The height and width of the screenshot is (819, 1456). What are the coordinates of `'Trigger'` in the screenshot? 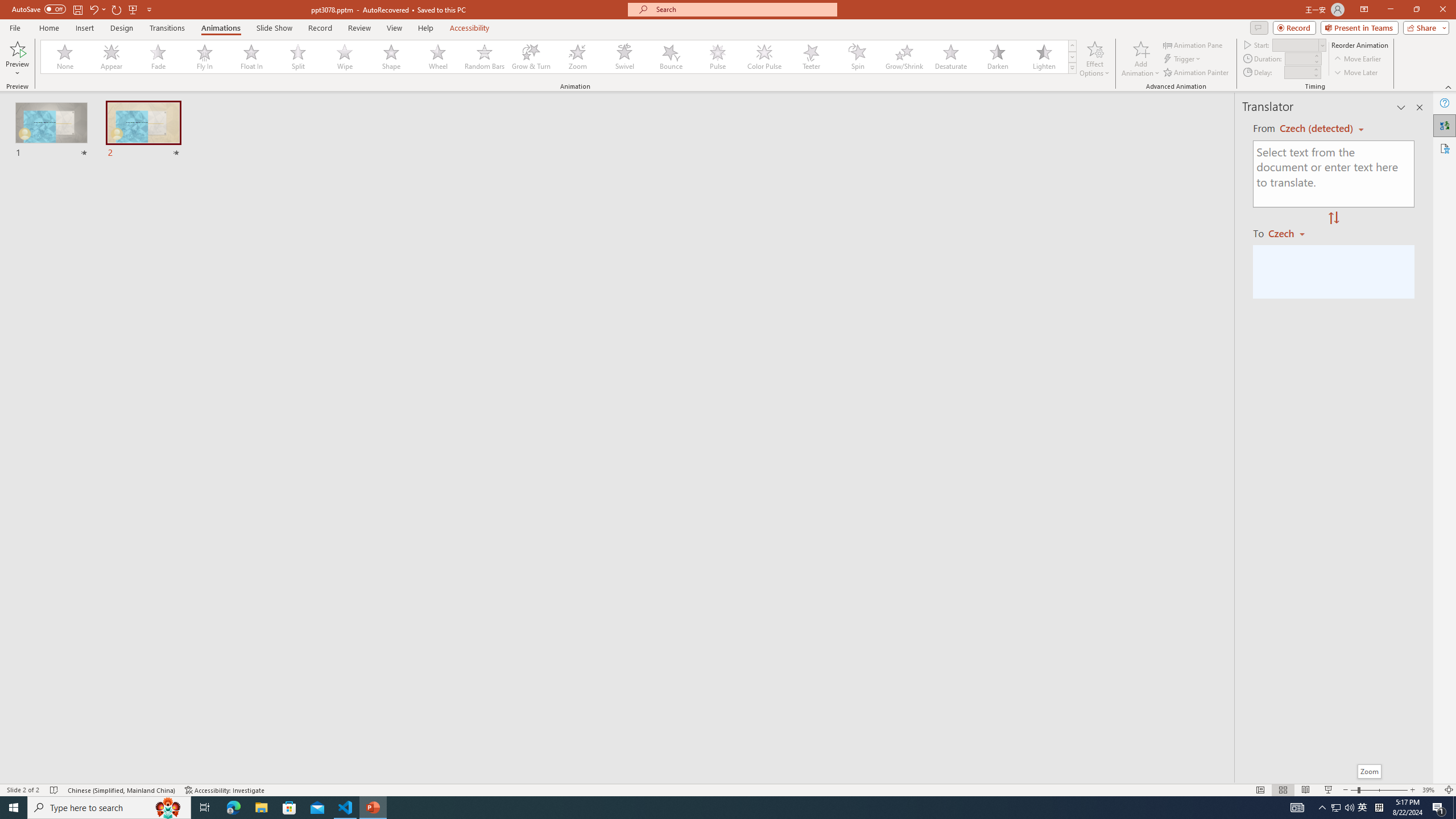 It's located at (1182, 59).